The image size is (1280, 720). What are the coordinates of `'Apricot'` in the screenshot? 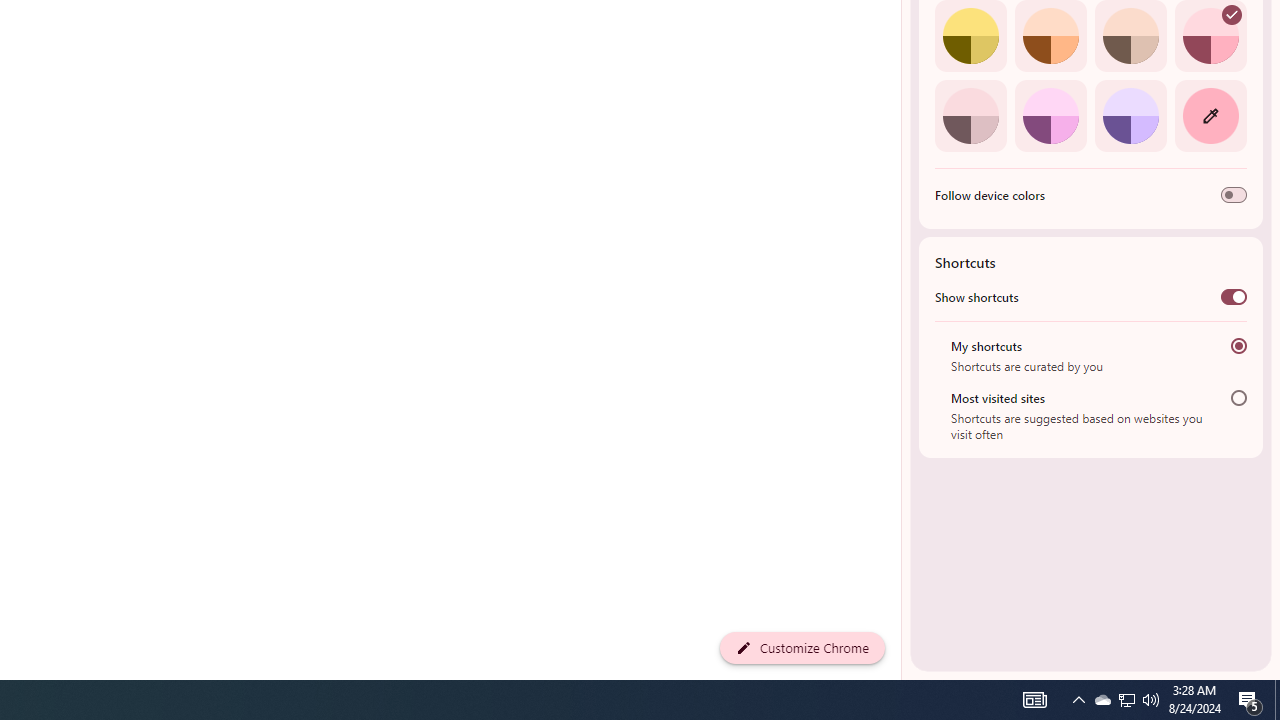 It's located at (1130, 36).